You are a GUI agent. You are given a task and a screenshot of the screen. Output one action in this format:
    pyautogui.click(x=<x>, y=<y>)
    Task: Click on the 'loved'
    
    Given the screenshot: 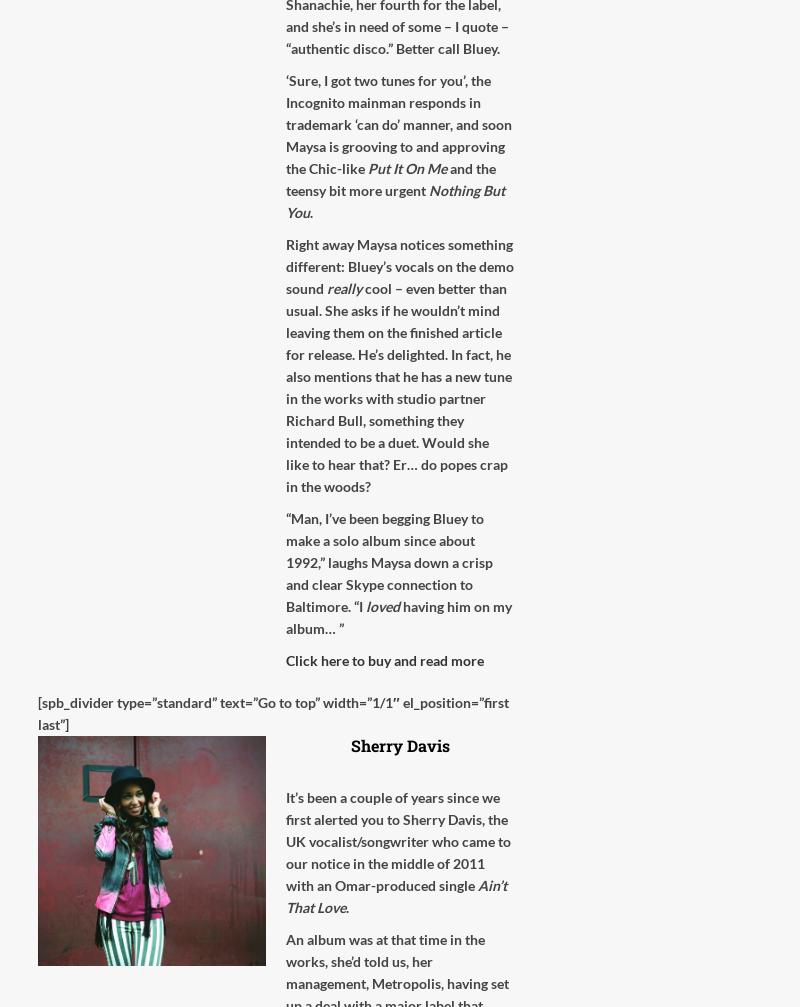 What is the action you would take?
    pyautogui.click(x=366, y=605)
    